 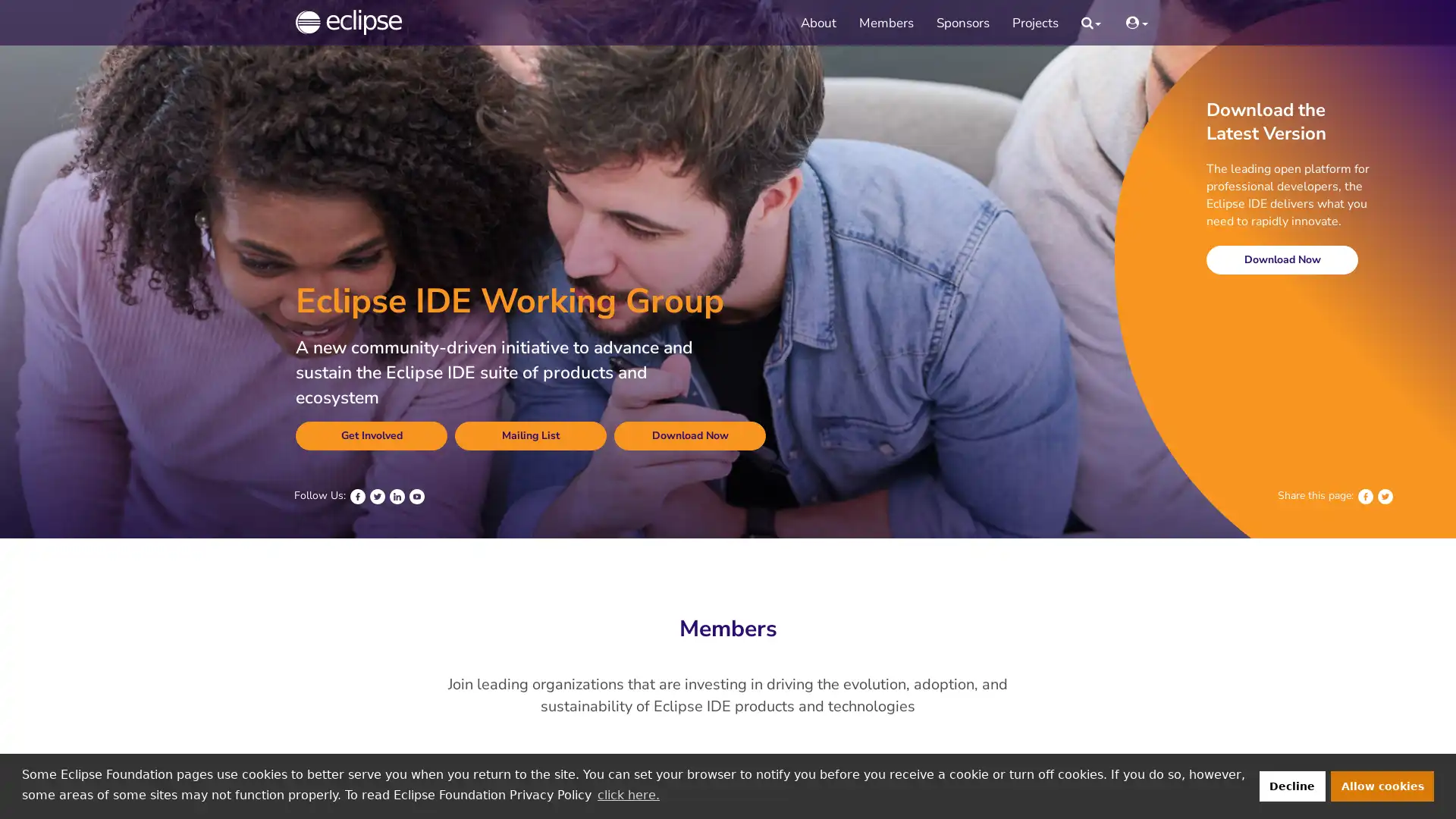 What do you see at coordinates (1291, 785) in the screenshot?
I see `deny cookies` at bounding box center [1291, 785].